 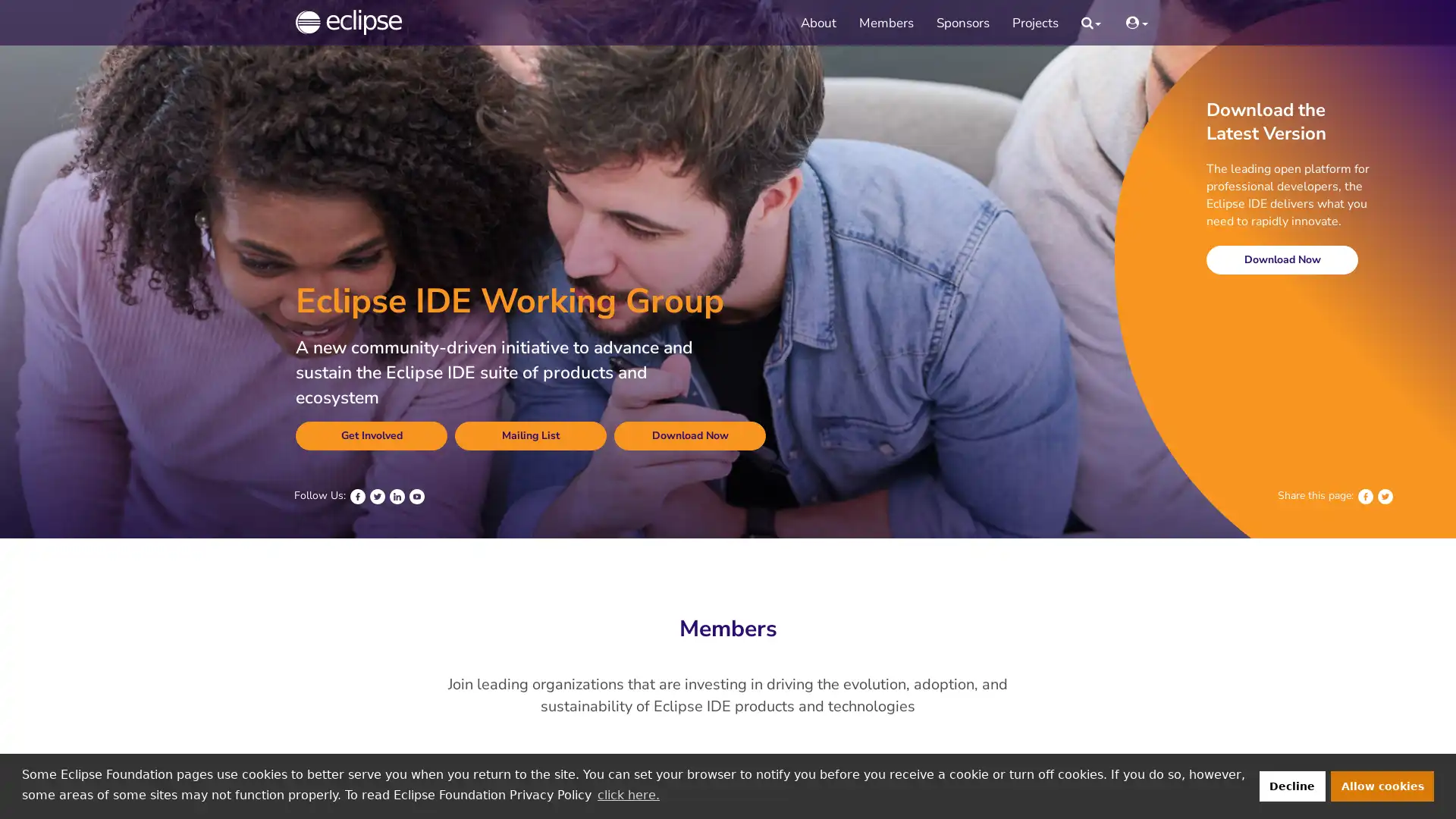 What do you see at coordinates (1291, 785) in the screenshot?
I see `deny cookies` at bounding box center [1291, 785].